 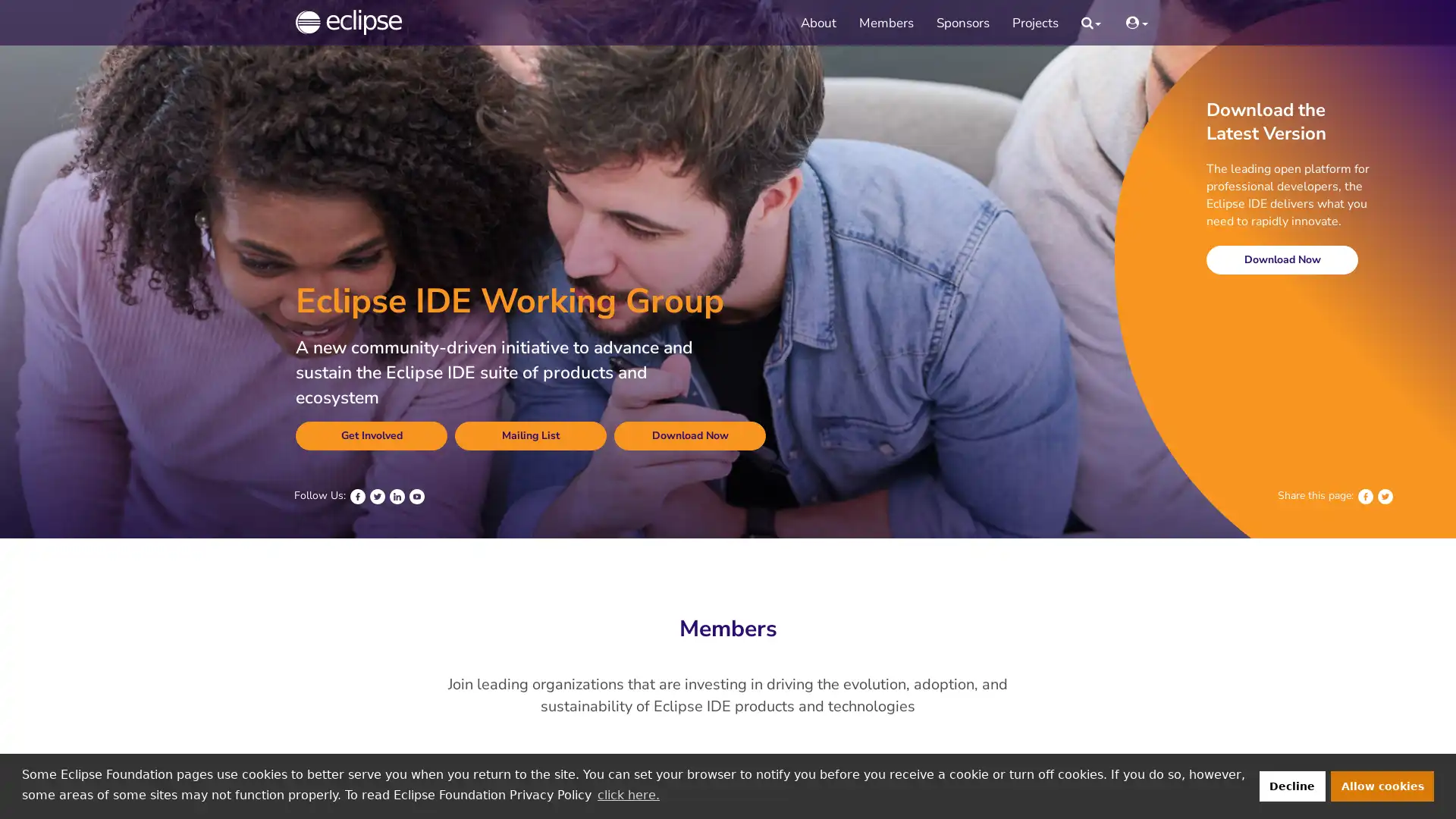 What do you see at coordinates (1291, 785) in the screenshot?
I see `deny cookies` at bounding box center [1291, 785].